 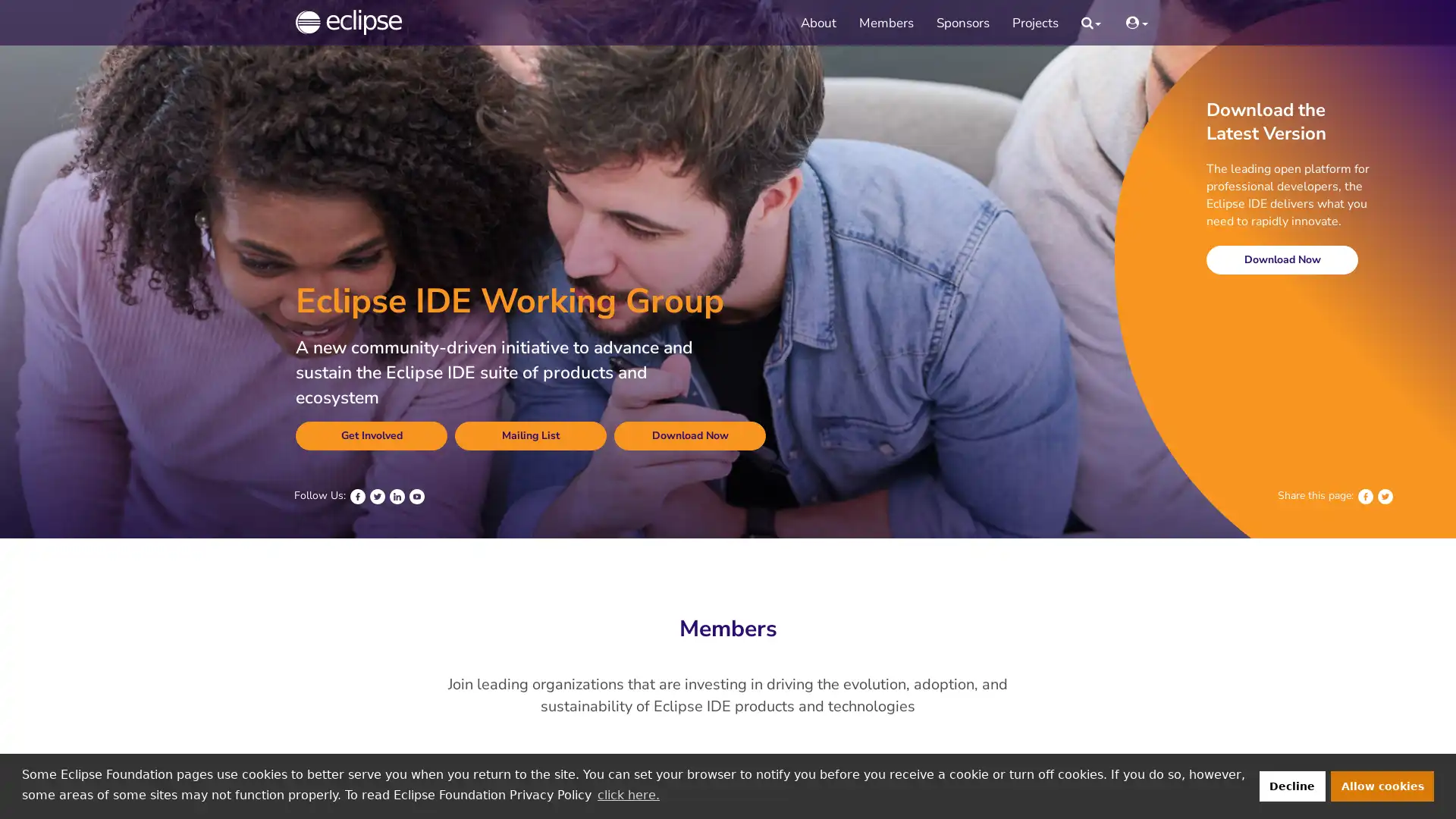 What do you see at coordinates (1291, 785) in the screenshot?
I see `deny cookies` at bounding box center [1291, 785].